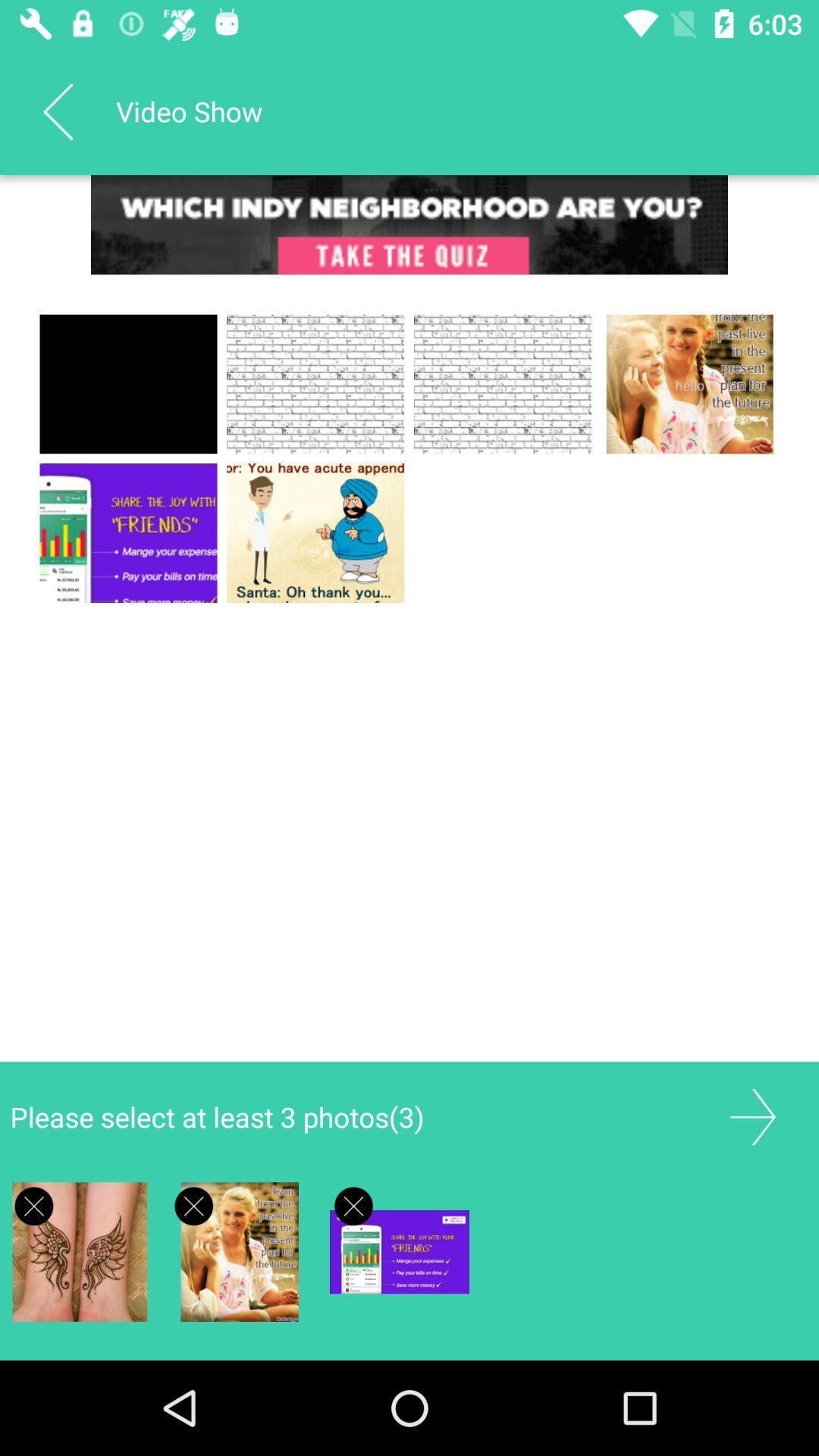 This screenshot has width=819, height=1456. I want to click on close, so click(34, 1205).